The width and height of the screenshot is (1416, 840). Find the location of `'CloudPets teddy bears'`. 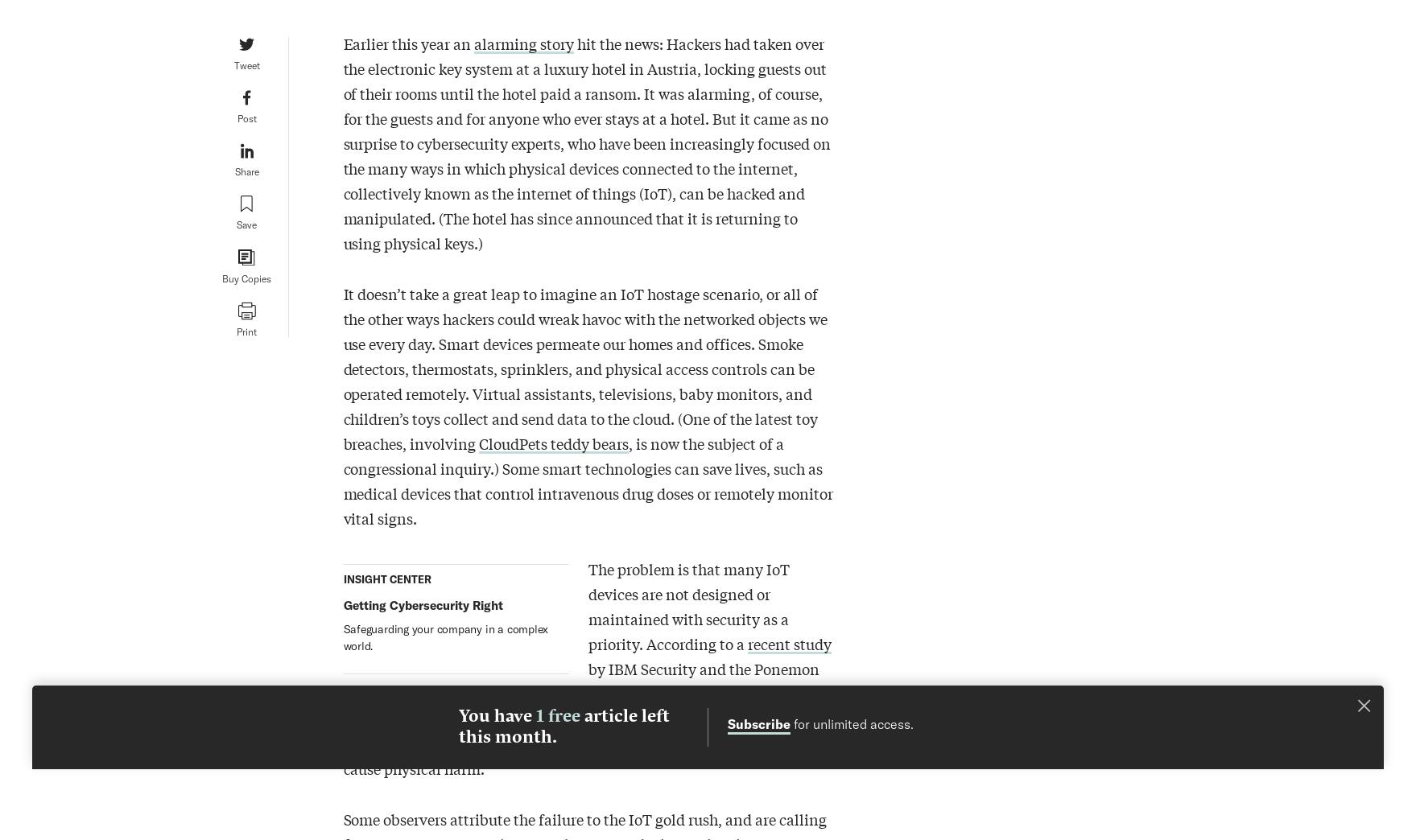

'CloudPets teddy bears' is located at coordinates (552, 443).